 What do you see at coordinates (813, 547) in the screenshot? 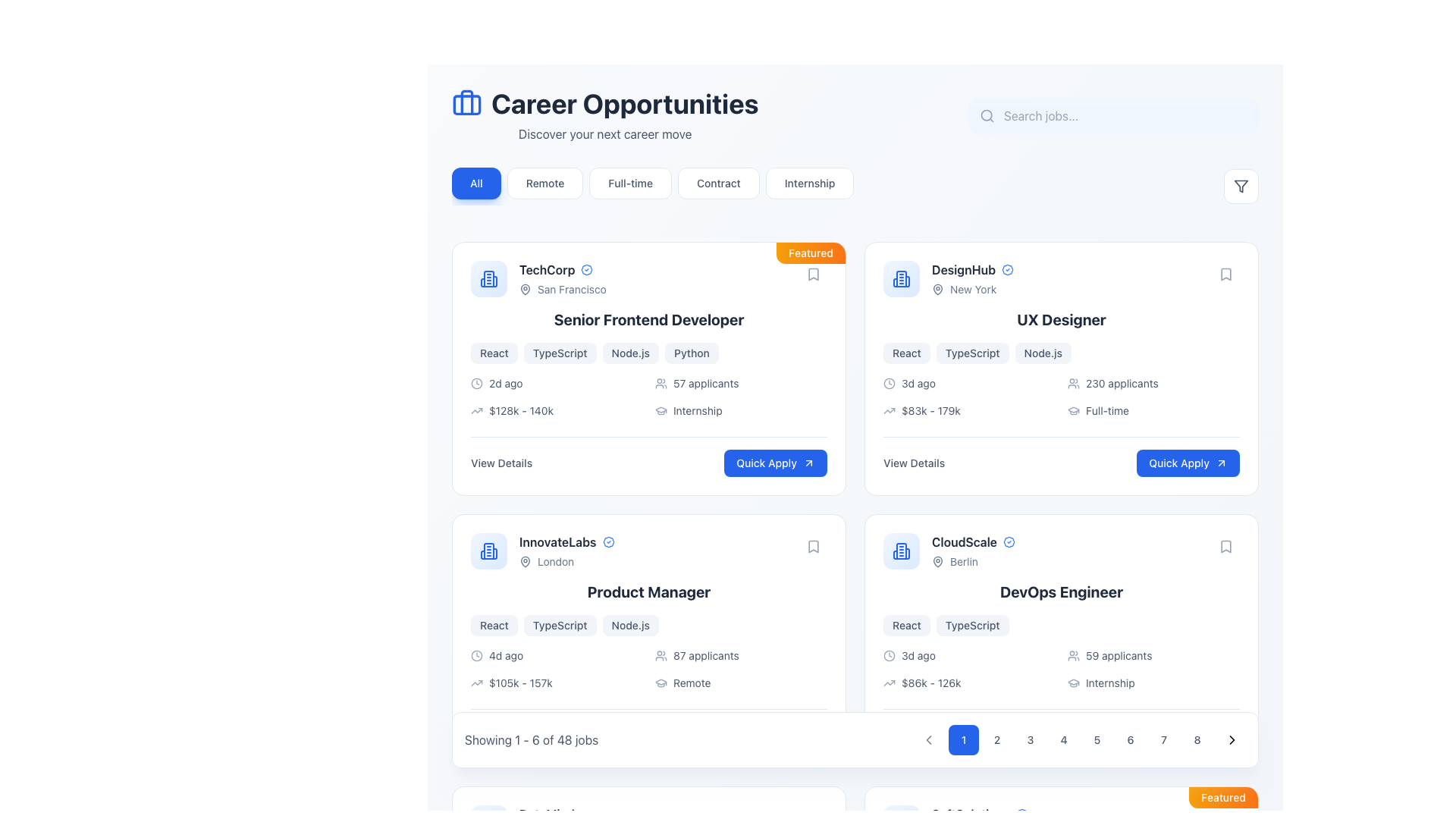
I see `the save or bookmark button located at the top-right corner of the 'InnovateLabs' job listing card` at bounding box center [813, 547].